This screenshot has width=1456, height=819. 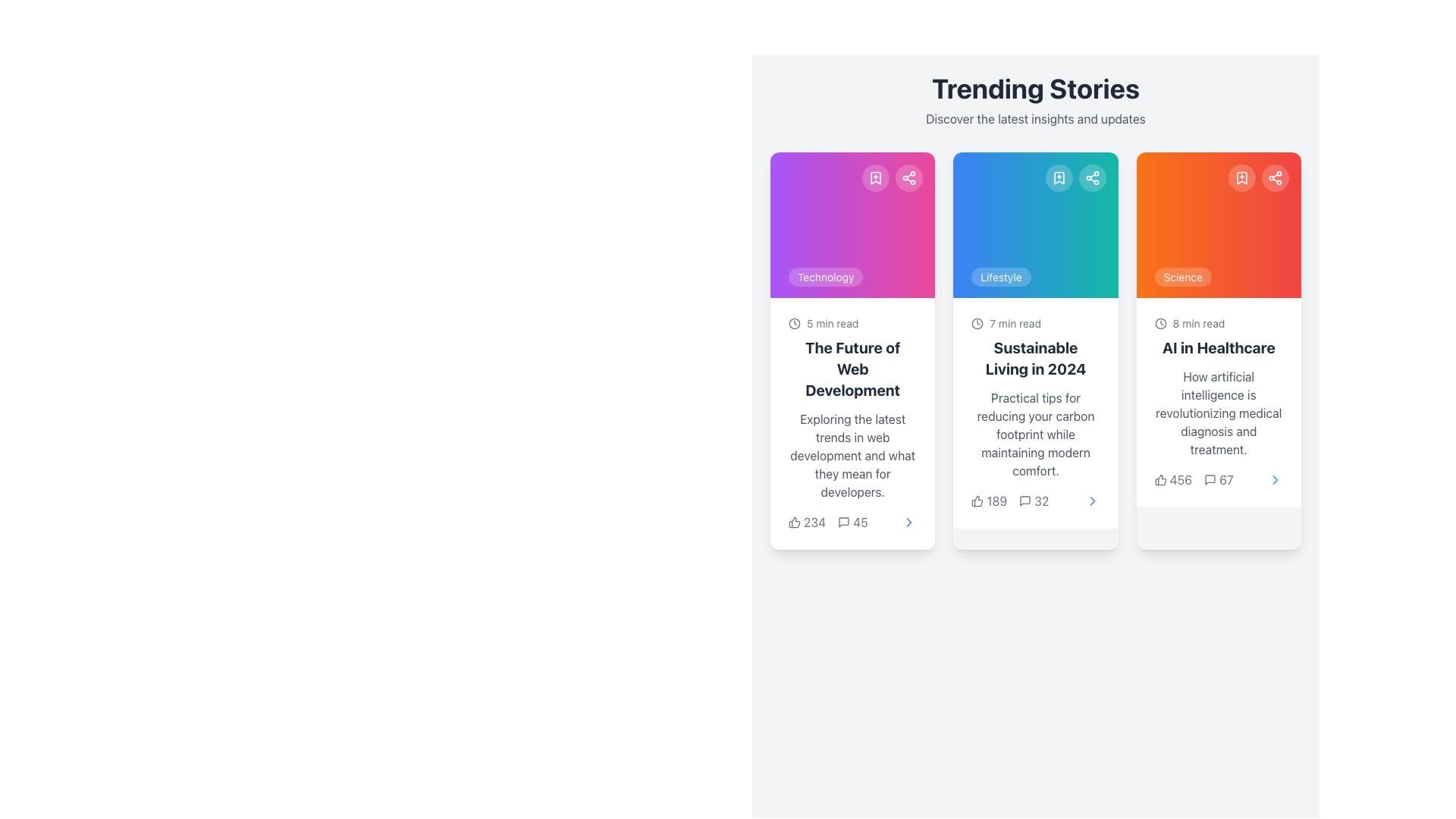 What do you see at coordinates (827, 522) in the screenshot?
I see `the user engagement metrics display located at the bottom of the first card labeled 'The Future of Web Development', which is positioned between the like counter and the comment counter` at bounding box center [827, 522].